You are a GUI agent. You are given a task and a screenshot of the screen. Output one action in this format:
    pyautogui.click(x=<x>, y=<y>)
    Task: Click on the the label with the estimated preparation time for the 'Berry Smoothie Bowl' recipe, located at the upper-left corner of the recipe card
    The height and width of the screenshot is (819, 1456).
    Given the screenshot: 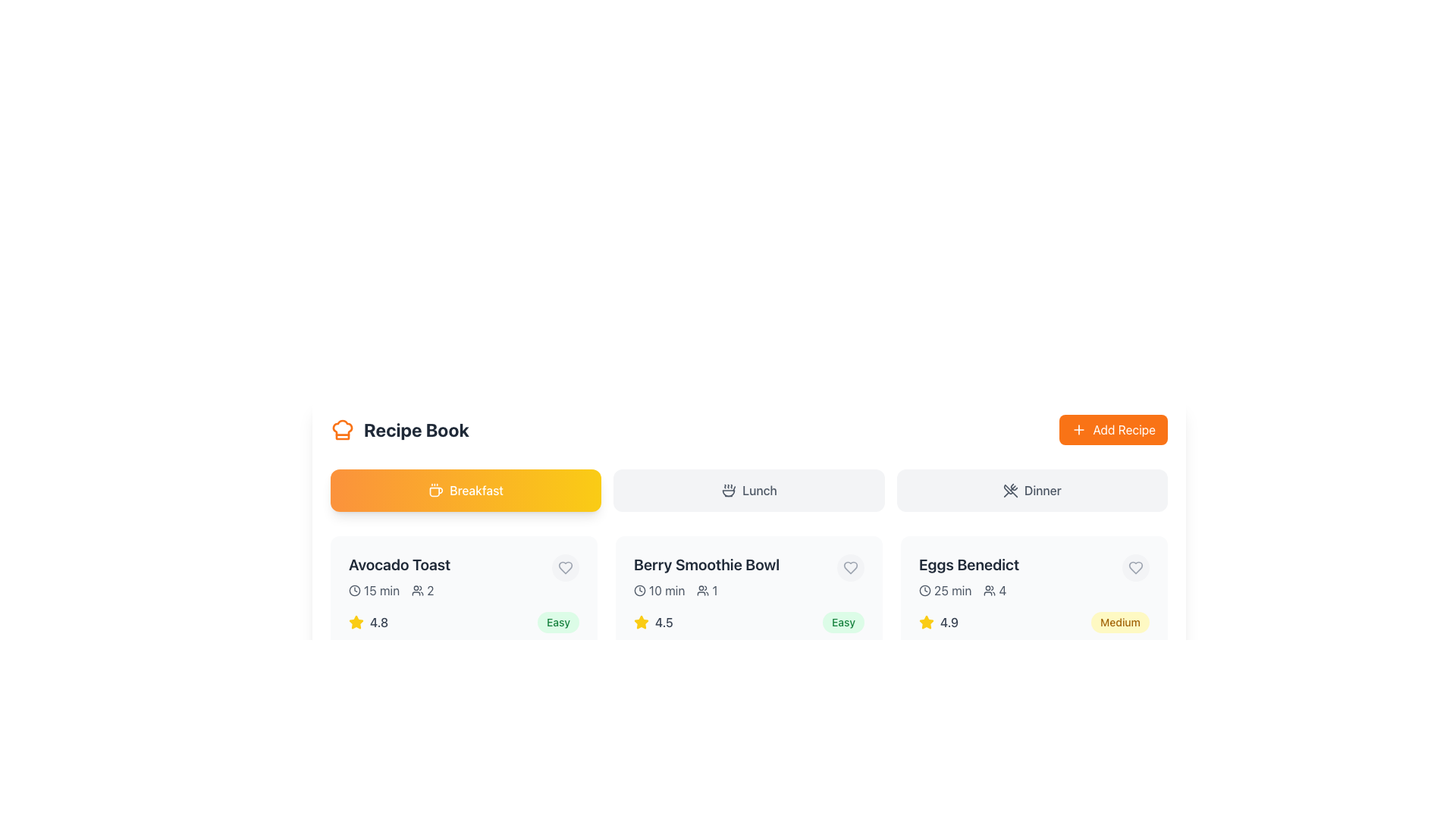 What is the action you would take?
    pyautogui.click(x=659, y=590)
    